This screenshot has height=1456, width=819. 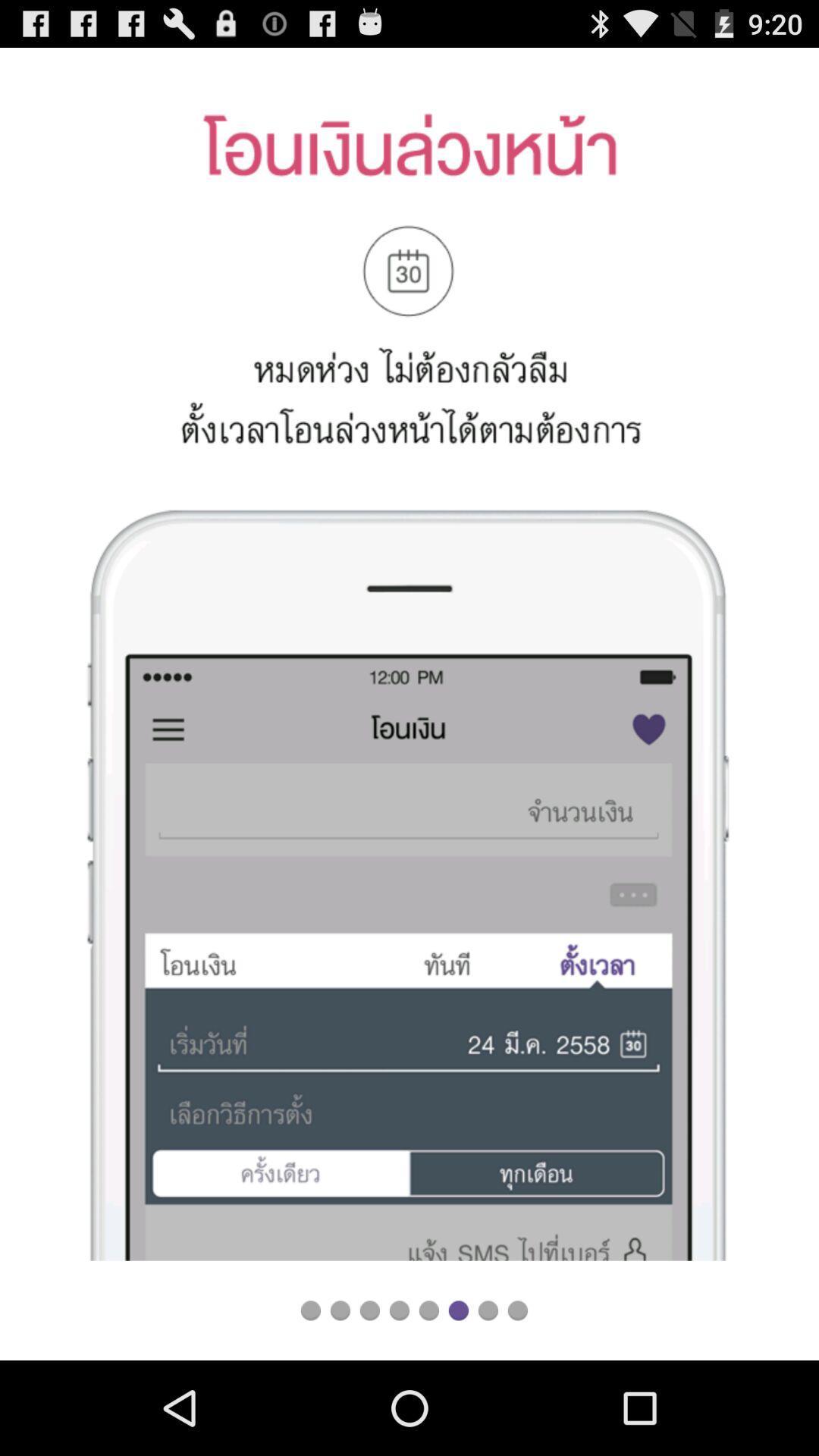 I want to click on loading the file, so click(x=309, y=1310).